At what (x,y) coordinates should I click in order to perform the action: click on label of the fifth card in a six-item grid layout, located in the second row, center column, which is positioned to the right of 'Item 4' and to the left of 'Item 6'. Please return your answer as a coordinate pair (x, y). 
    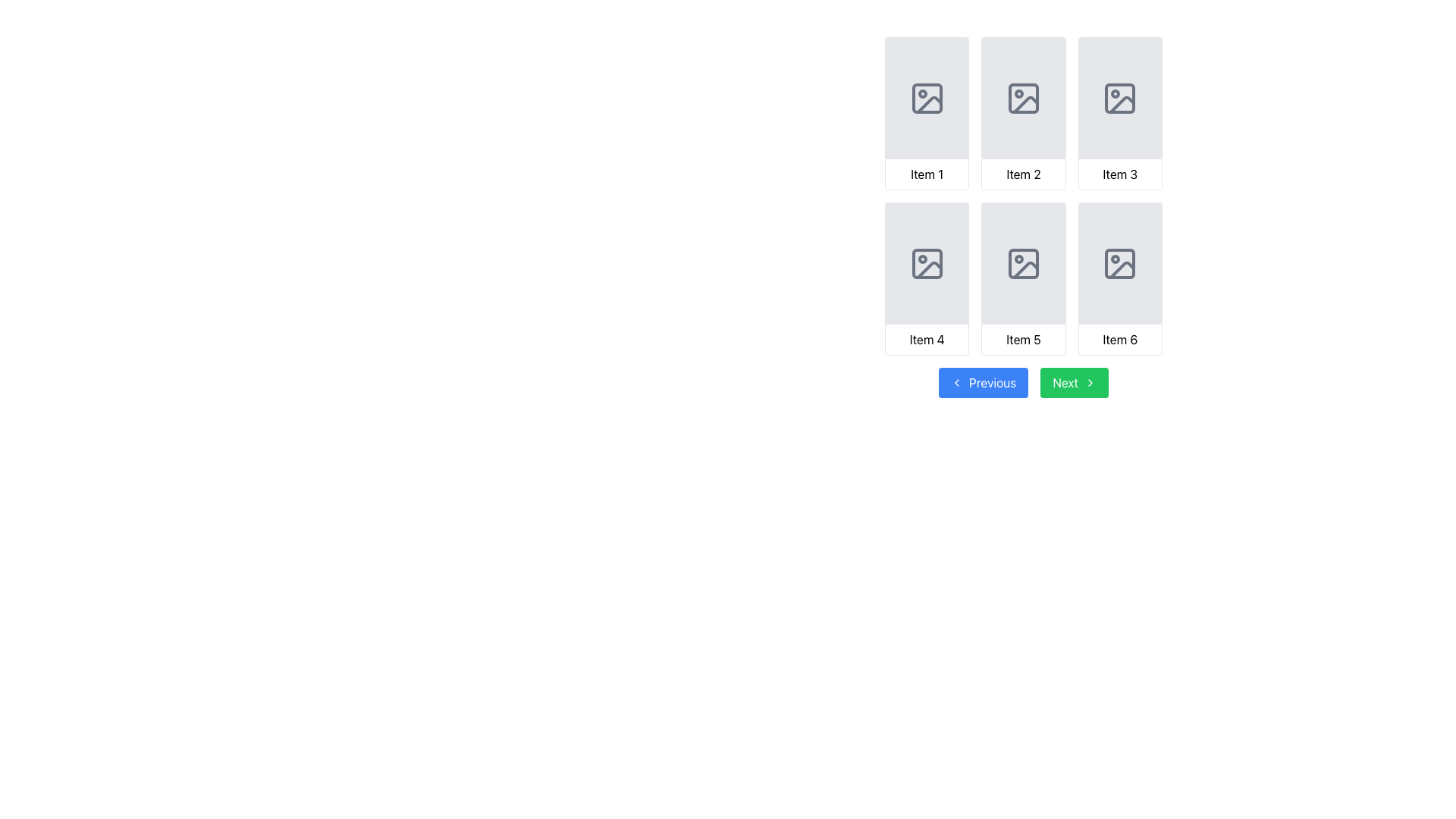
    Looking at the image, I should click on (1023, 278).